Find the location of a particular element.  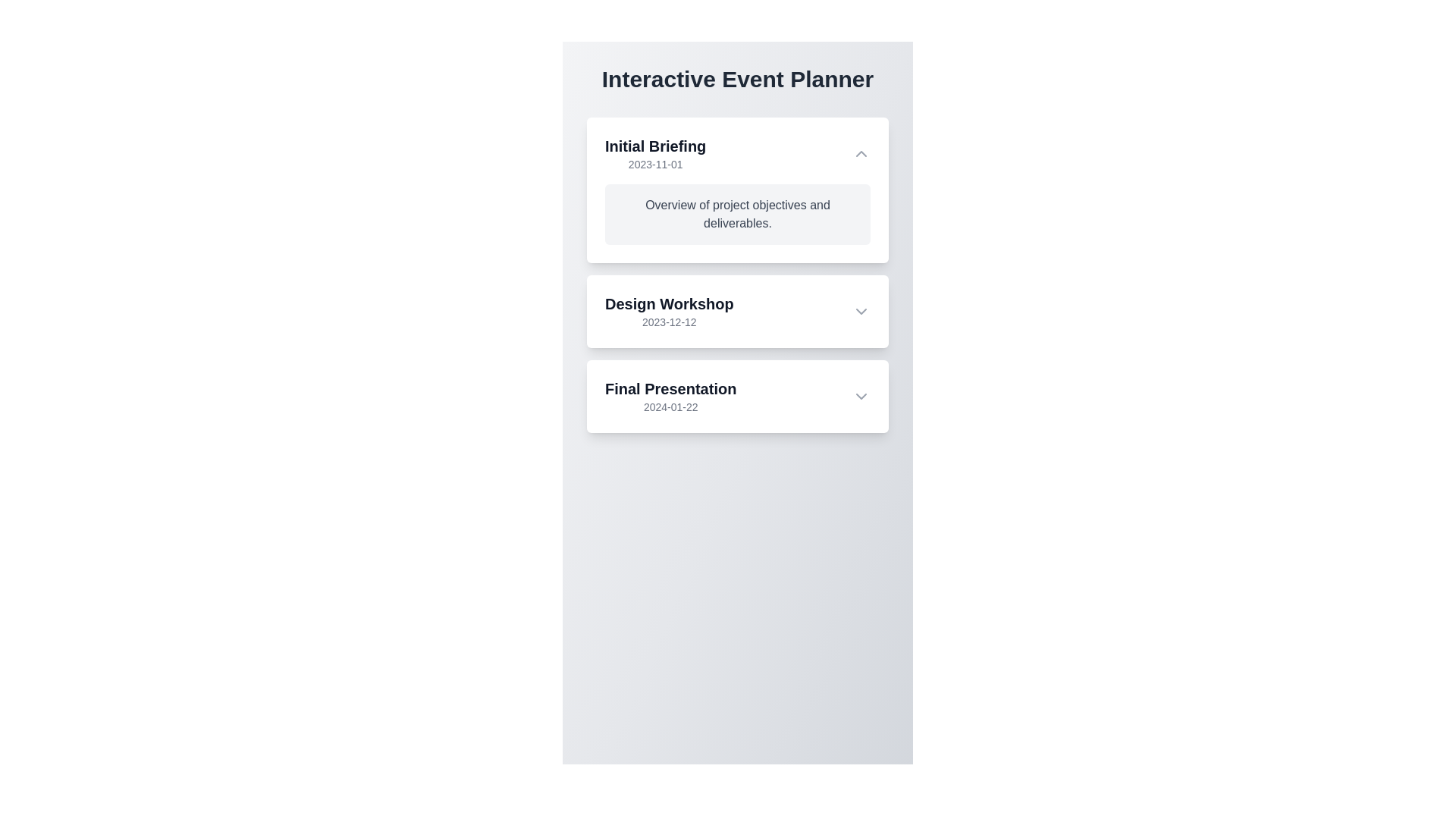

the text label displaying the date '2024-01-22', which is located below the main title 'Final Presentation' in the third section of the vertically stacked list is located at coordinates (670, 406).